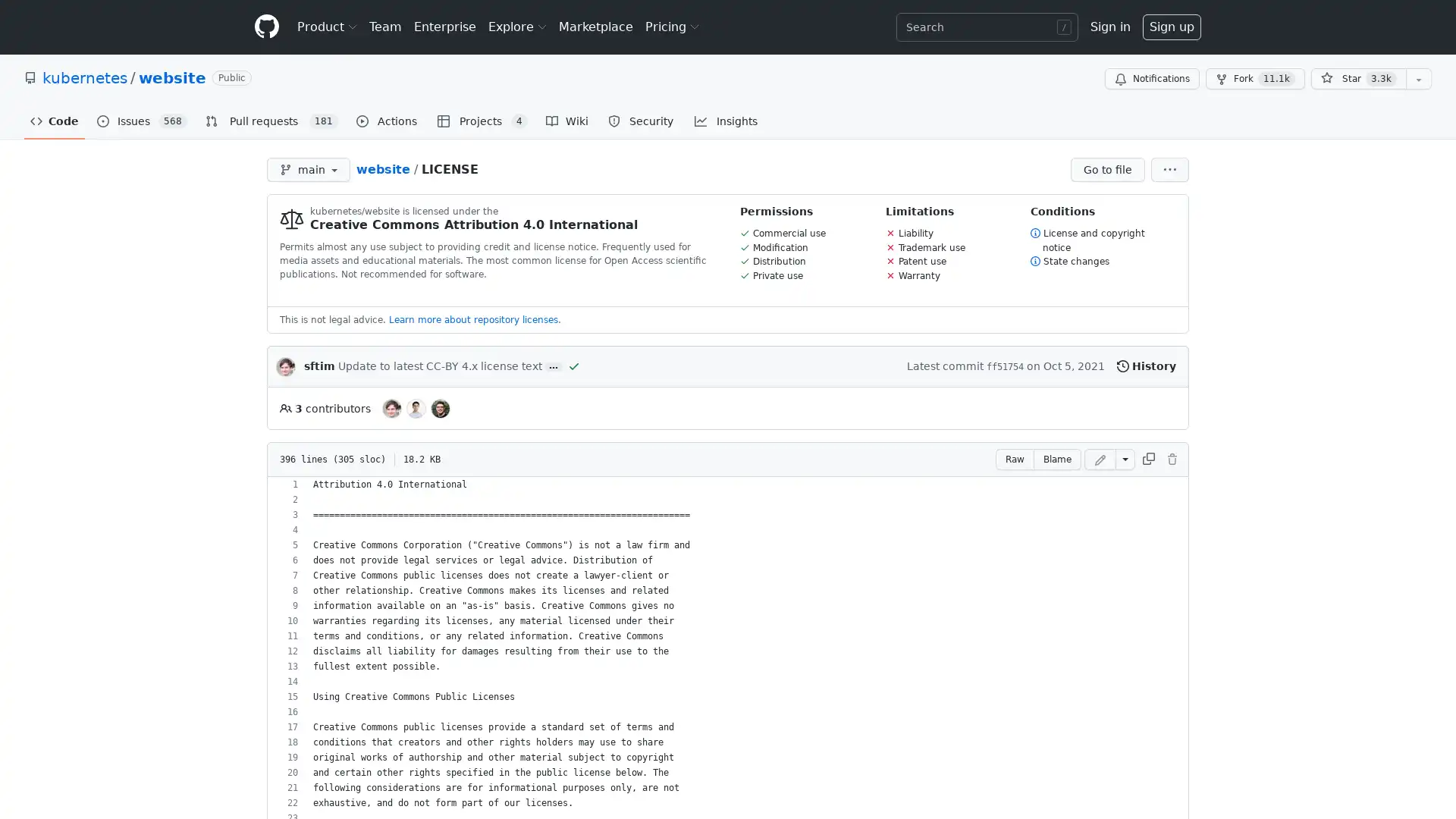  Describe the element at coordinates (552, 366) in the screenshot. I see `...` at that location.